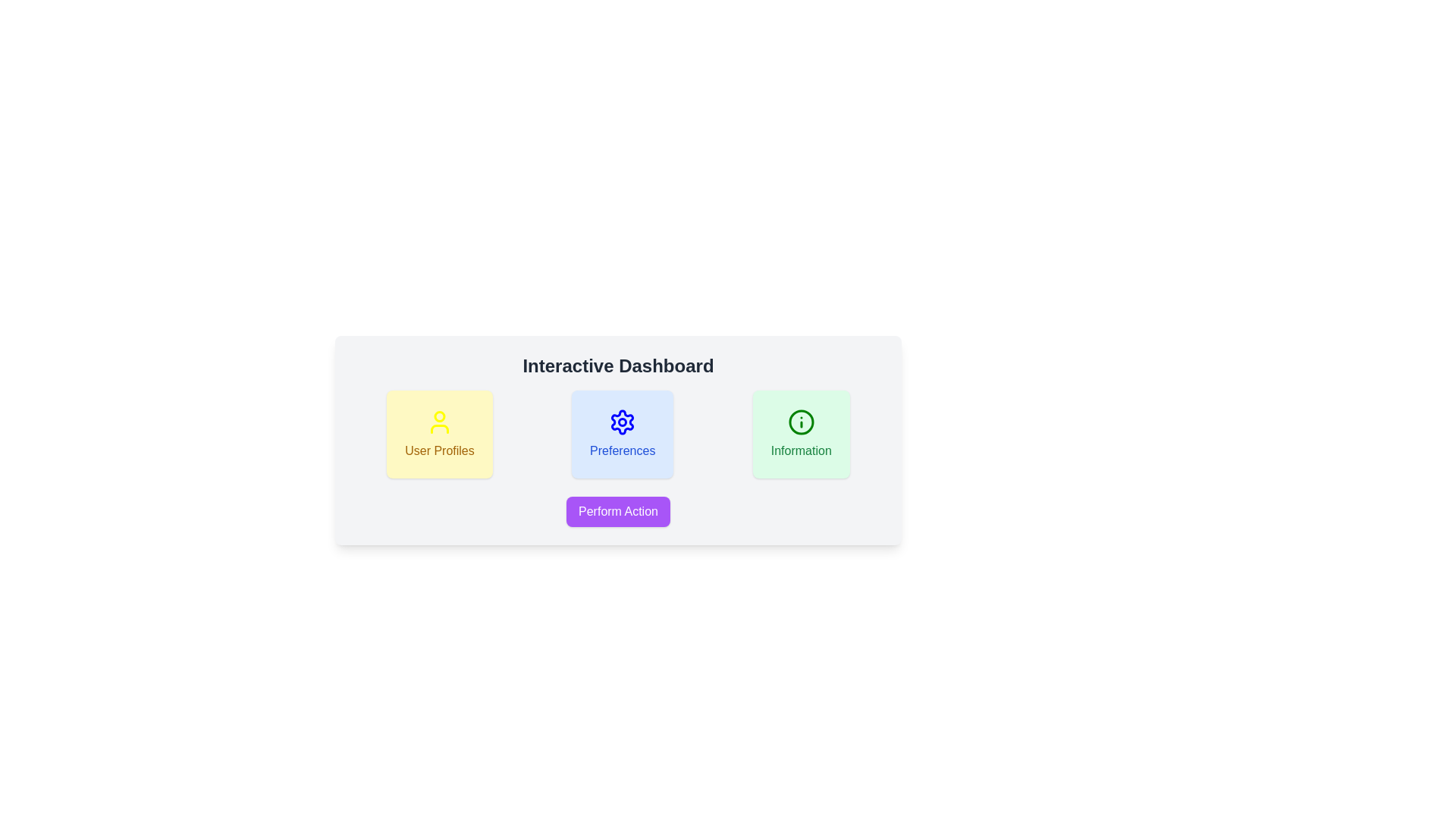 The height and width of the screenshot is (819, 1456). Describe the element at coordinates (623, 422) in the screenshot. I see `the small circular shape located inside the gear icon in the 'Preferences' section of the dashboard interface` at that location.